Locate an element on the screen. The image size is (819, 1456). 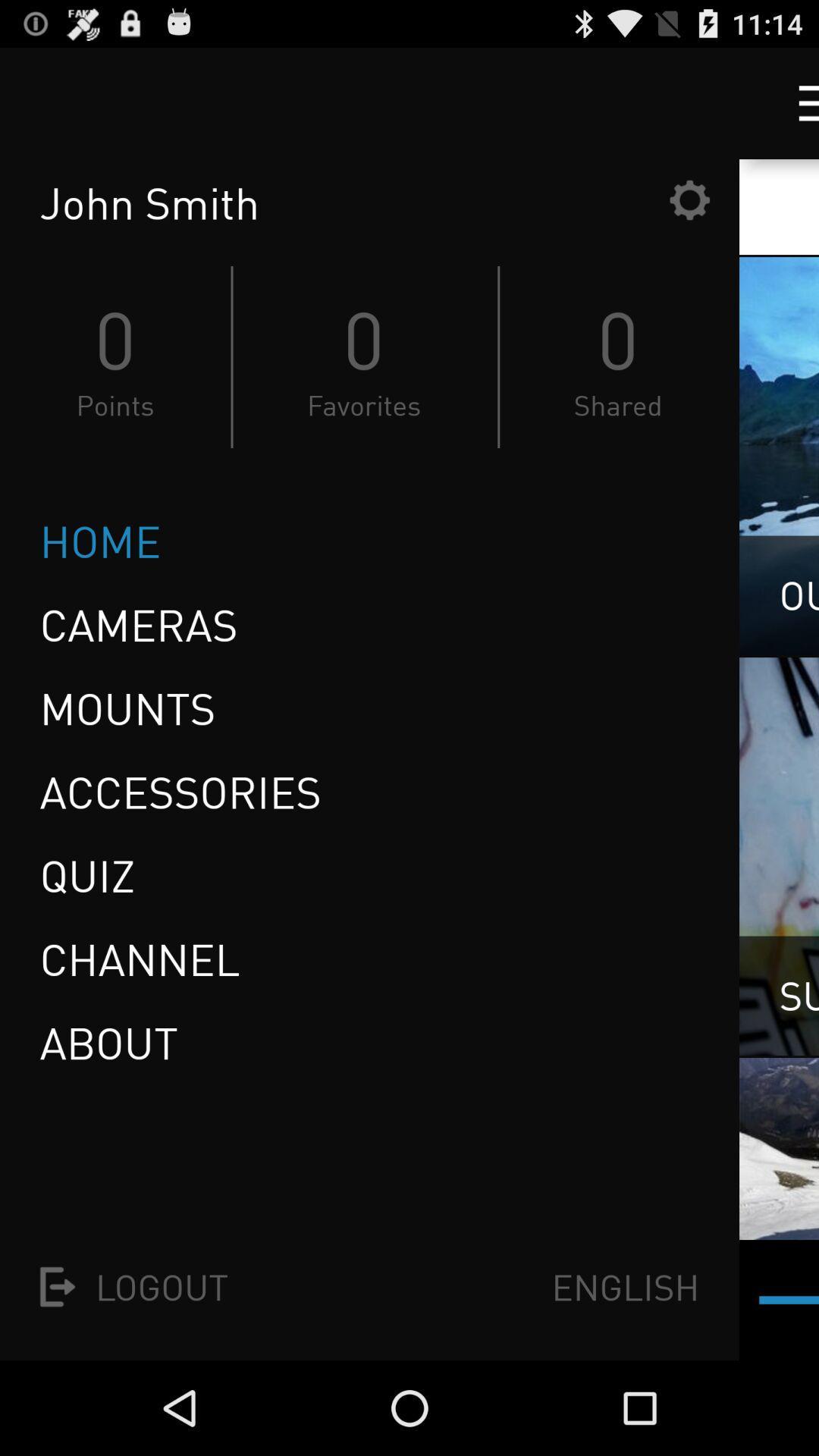
home icon is located at coordinates (100, 541).